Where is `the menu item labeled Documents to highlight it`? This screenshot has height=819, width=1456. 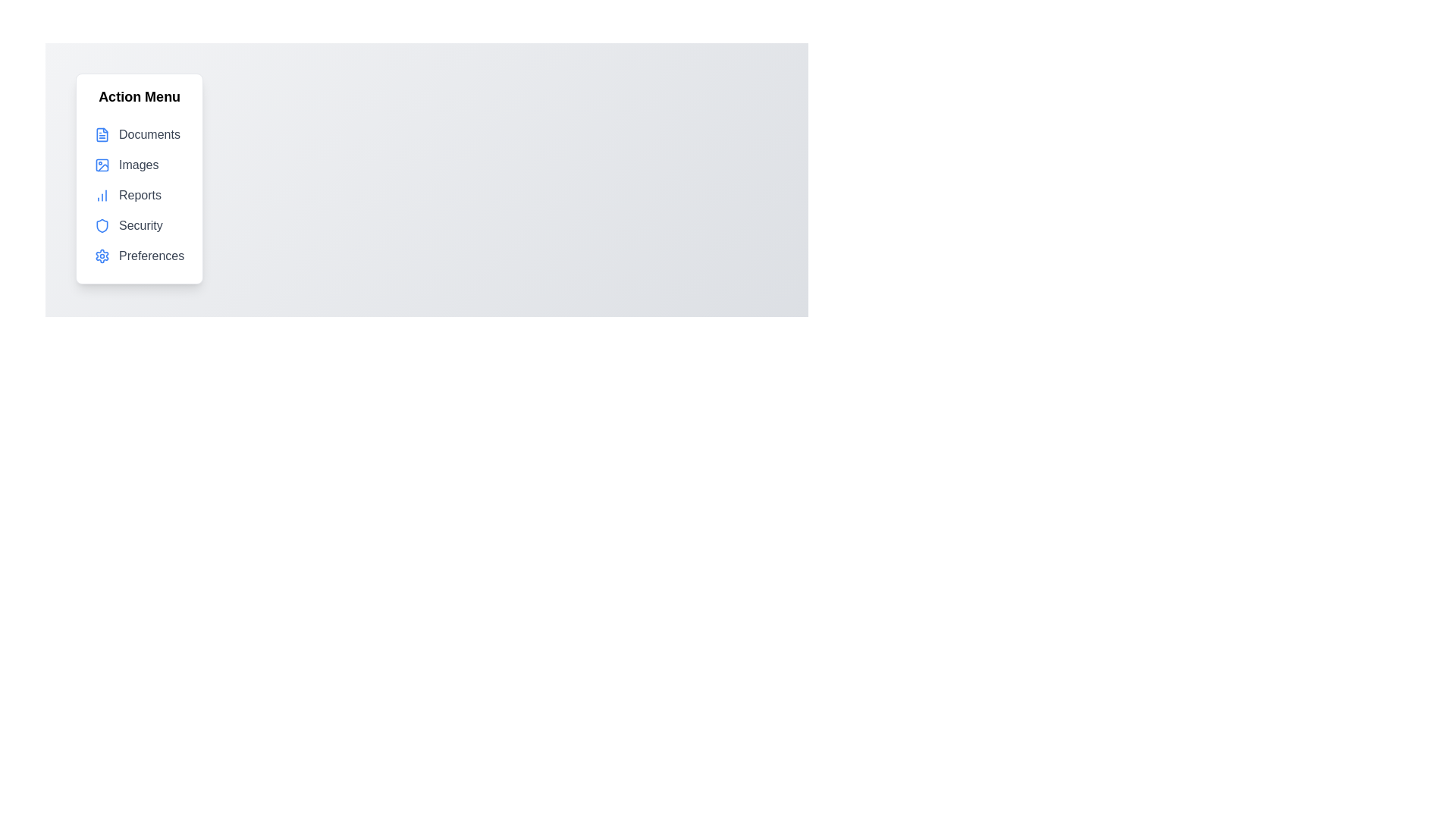 the menu item labeled Documents to highlight it is located at coordinates (139, 133).